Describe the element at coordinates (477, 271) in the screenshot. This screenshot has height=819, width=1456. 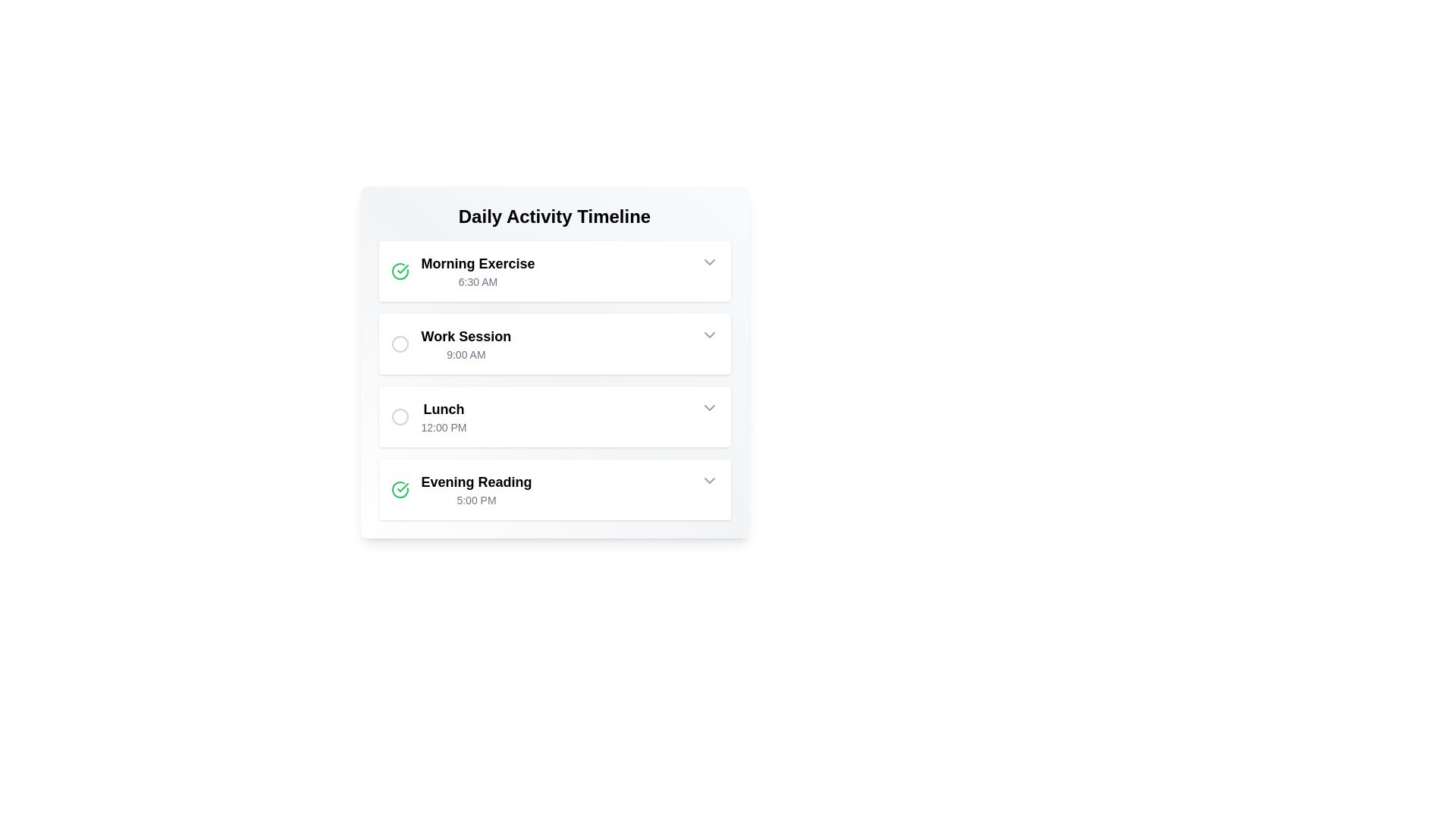
I see `the 'Morning Exercise' text block, which is styled in bold and located within the 'Daily Activity Timeline' list` at that location.